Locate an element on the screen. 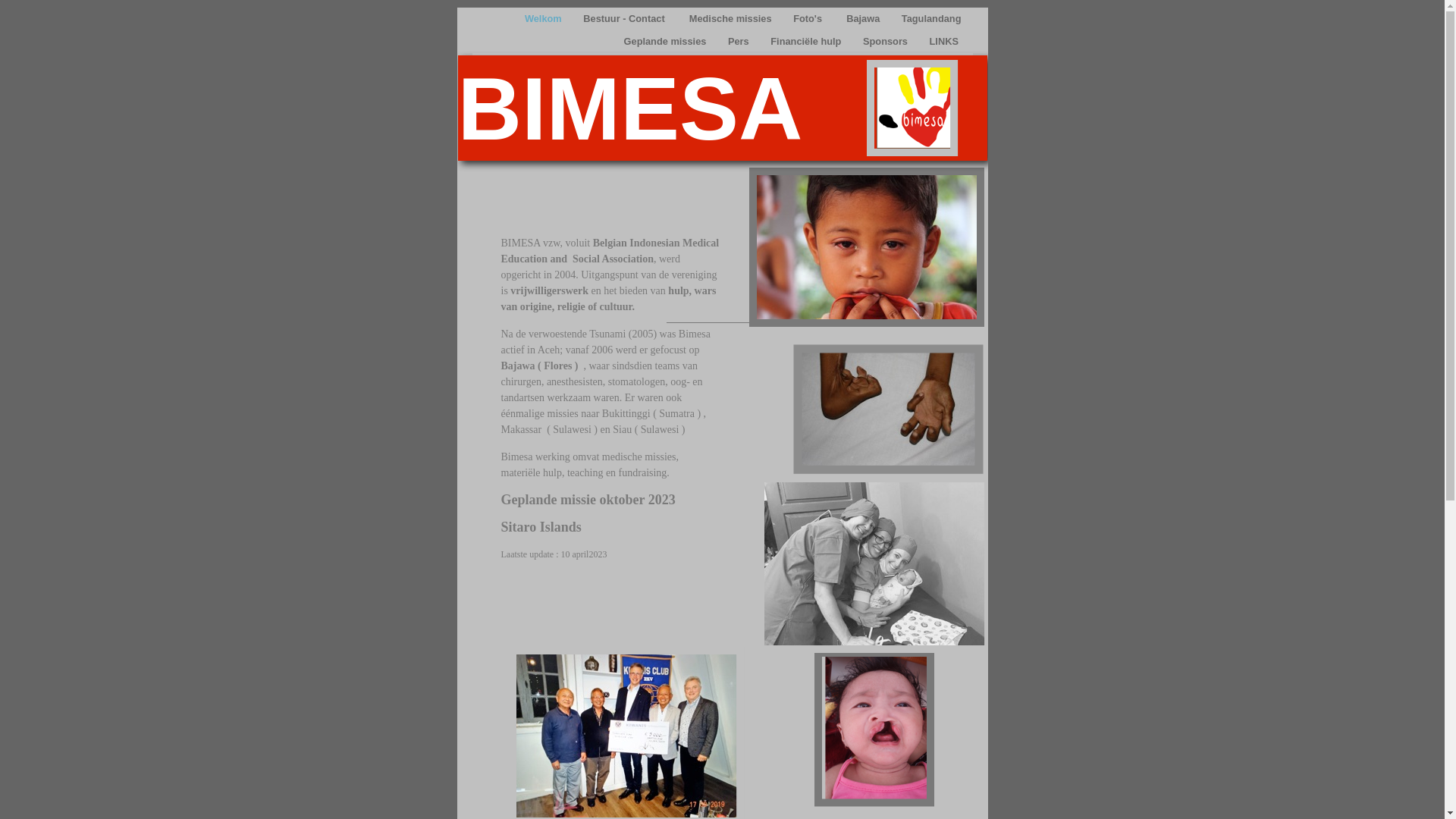 This screenshot has height=819, width=1456. 'Tagulandang' is located at coordinates (930, 18).